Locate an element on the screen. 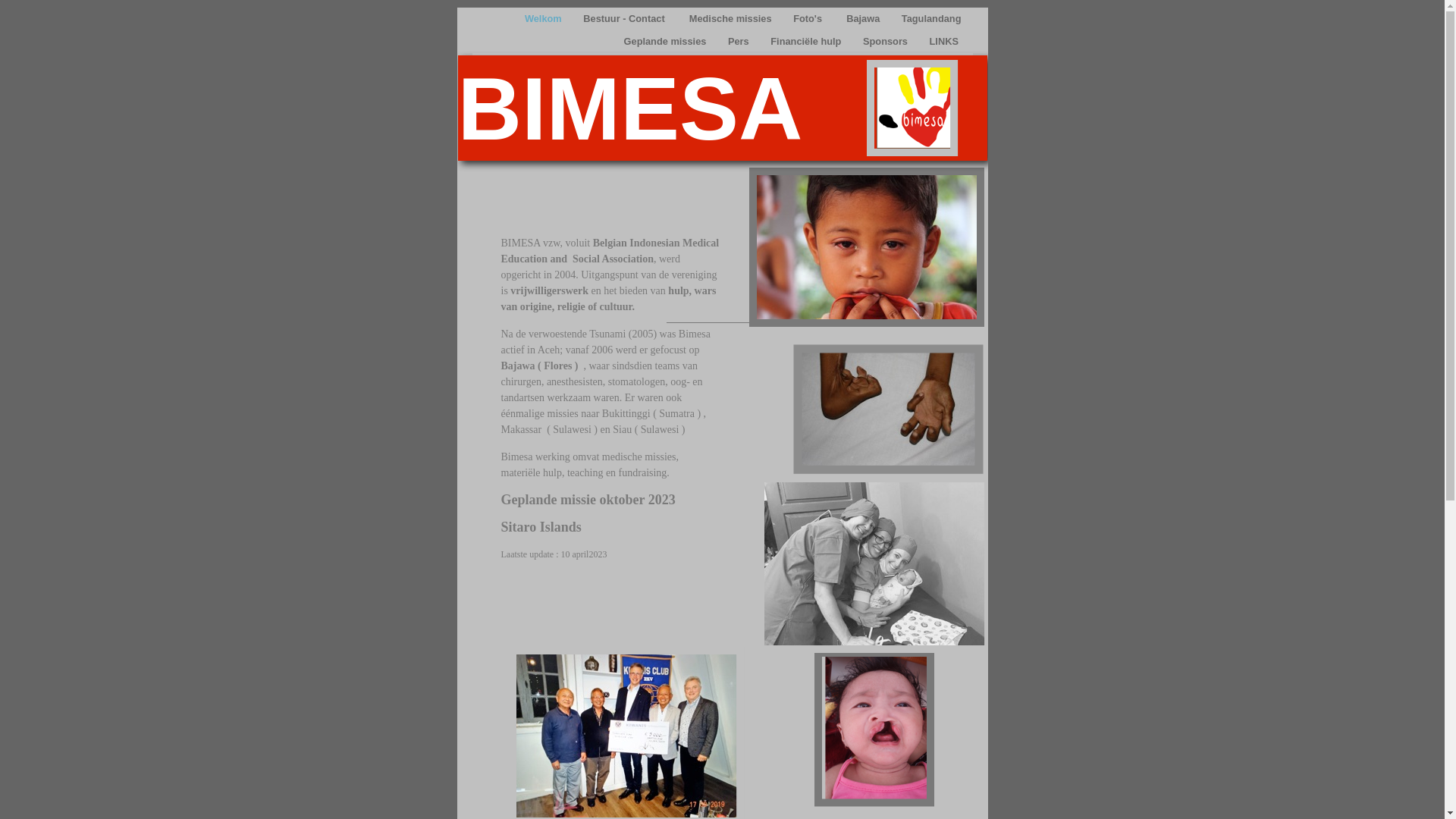 This screenshot has height=819, width=1456. 'Tagulandang' is located at coordinates (930, 18).